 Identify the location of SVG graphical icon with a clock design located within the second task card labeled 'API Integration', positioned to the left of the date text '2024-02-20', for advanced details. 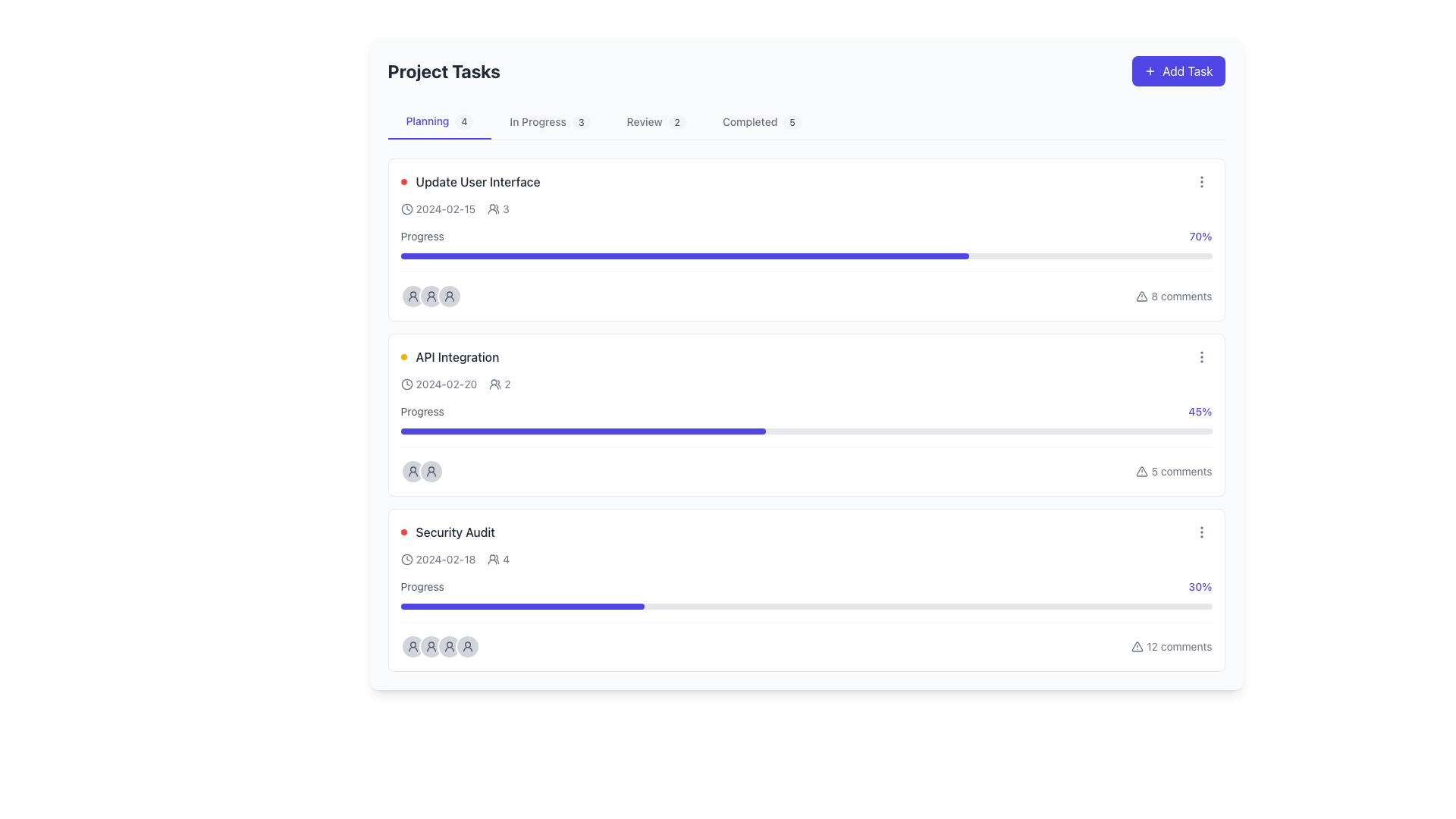
(406, 383).